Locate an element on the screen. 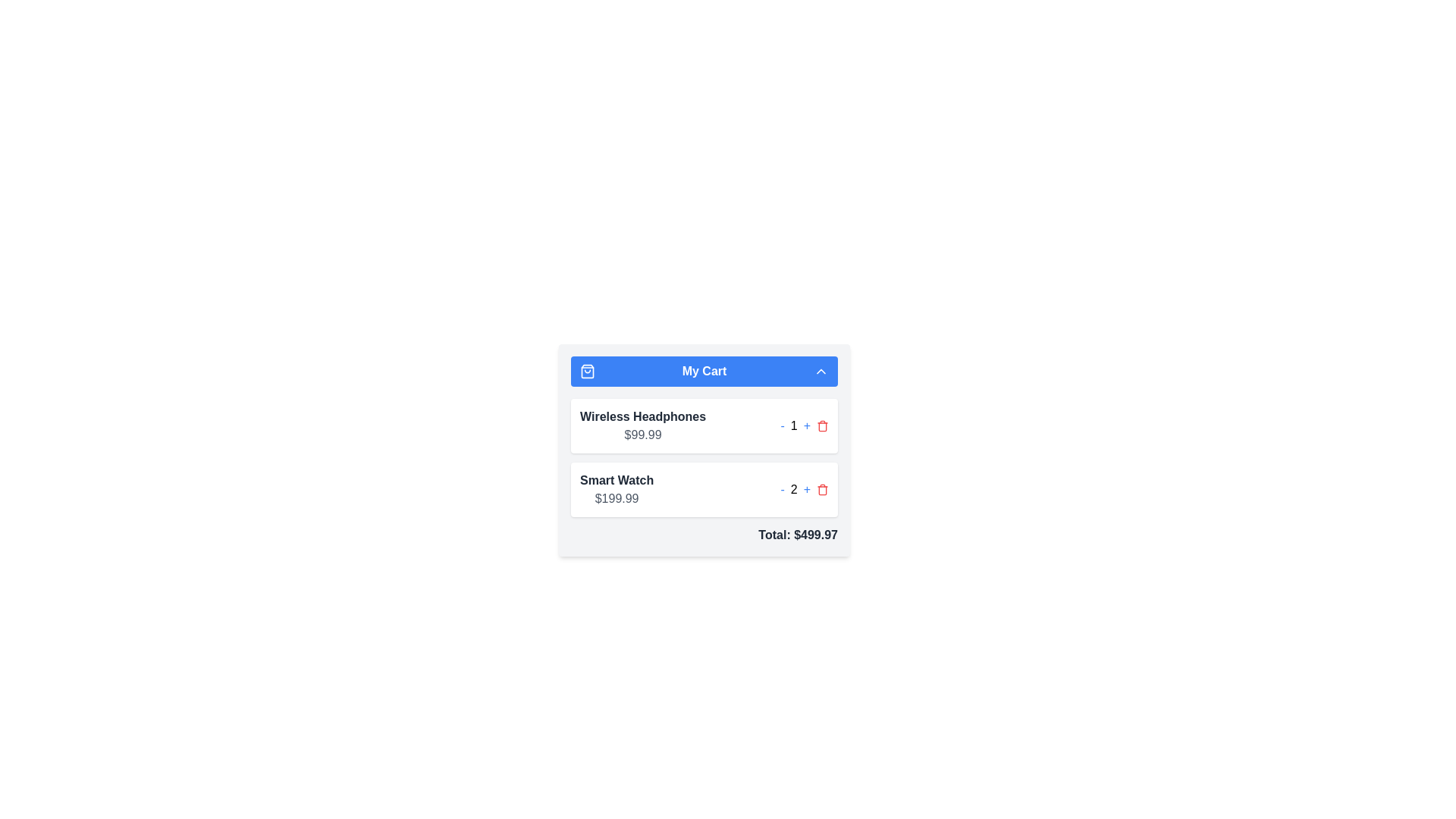 The image size is (1456, 819). the blue button labeled 'My Cart' which features a shopping bag icon on the left and a chevron-up arrow icon on the right is located at coordinates (704, 371).